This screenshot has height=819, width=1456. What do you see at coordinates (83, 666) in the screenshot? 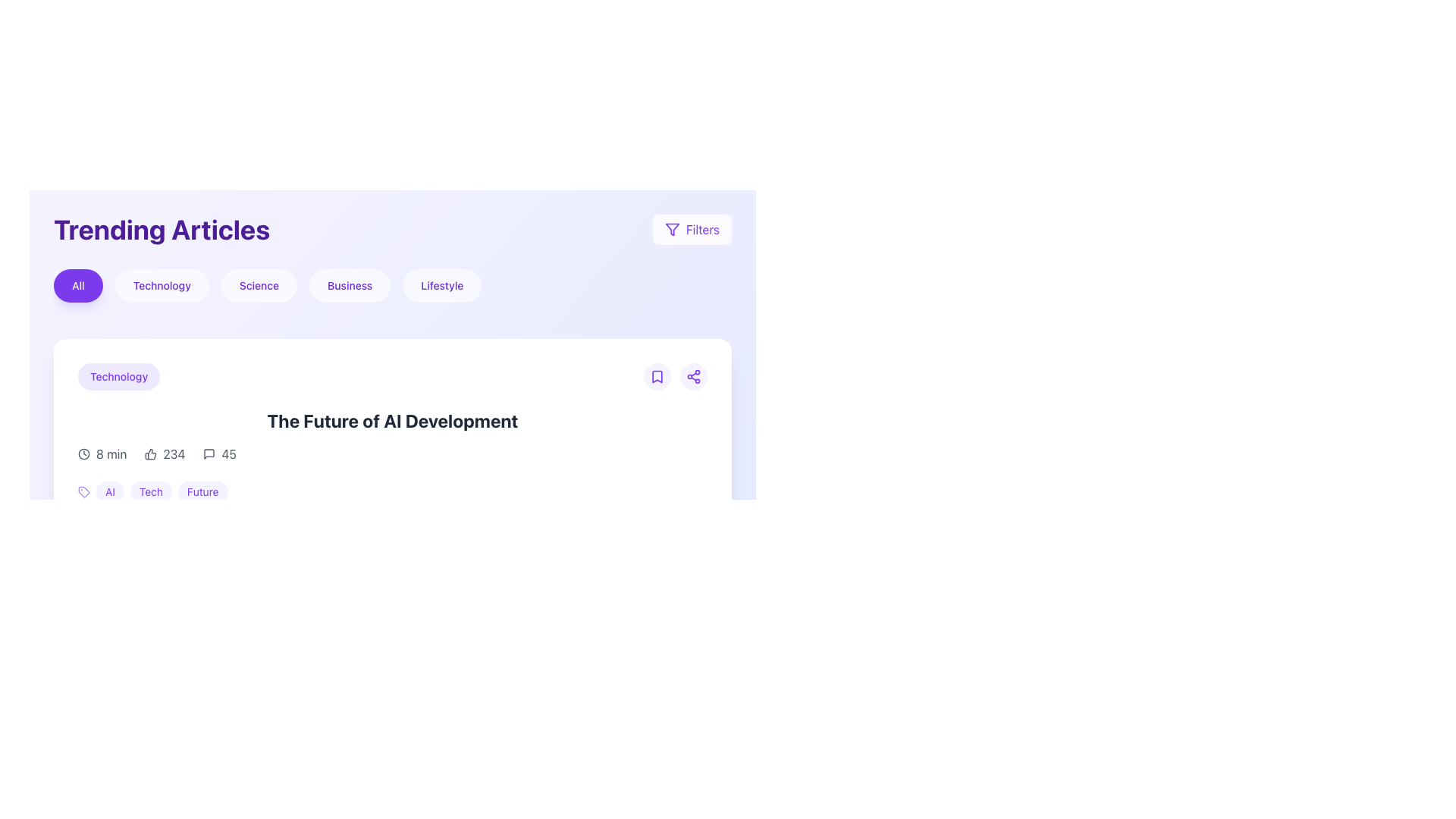
I see `the time-related icon located to the left of the '5 min' label by moving the cursor to its center point` at bounding box center [83, 666].